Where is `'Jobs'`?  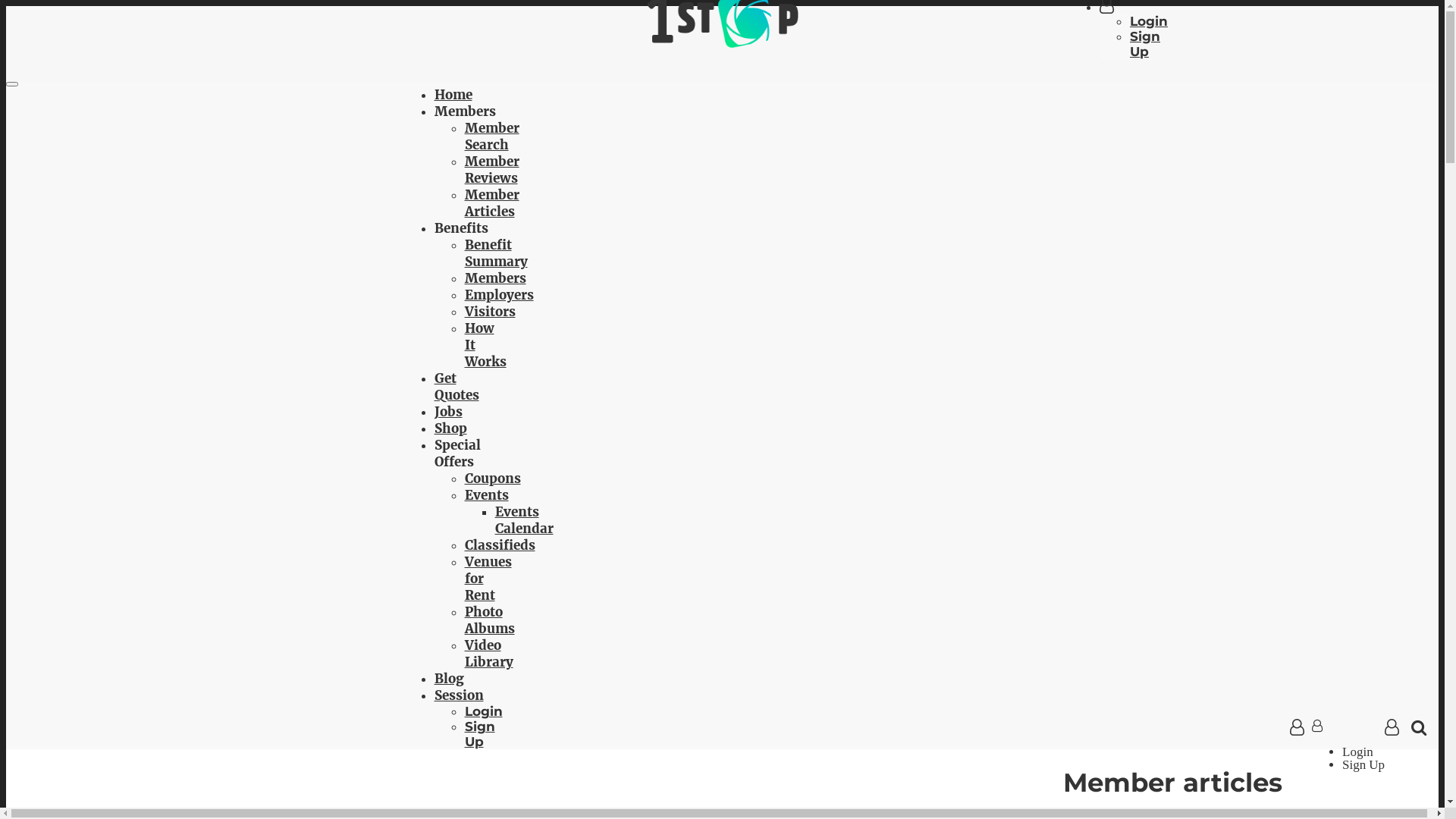
'Jobs' is located at coordinates (447, 412).